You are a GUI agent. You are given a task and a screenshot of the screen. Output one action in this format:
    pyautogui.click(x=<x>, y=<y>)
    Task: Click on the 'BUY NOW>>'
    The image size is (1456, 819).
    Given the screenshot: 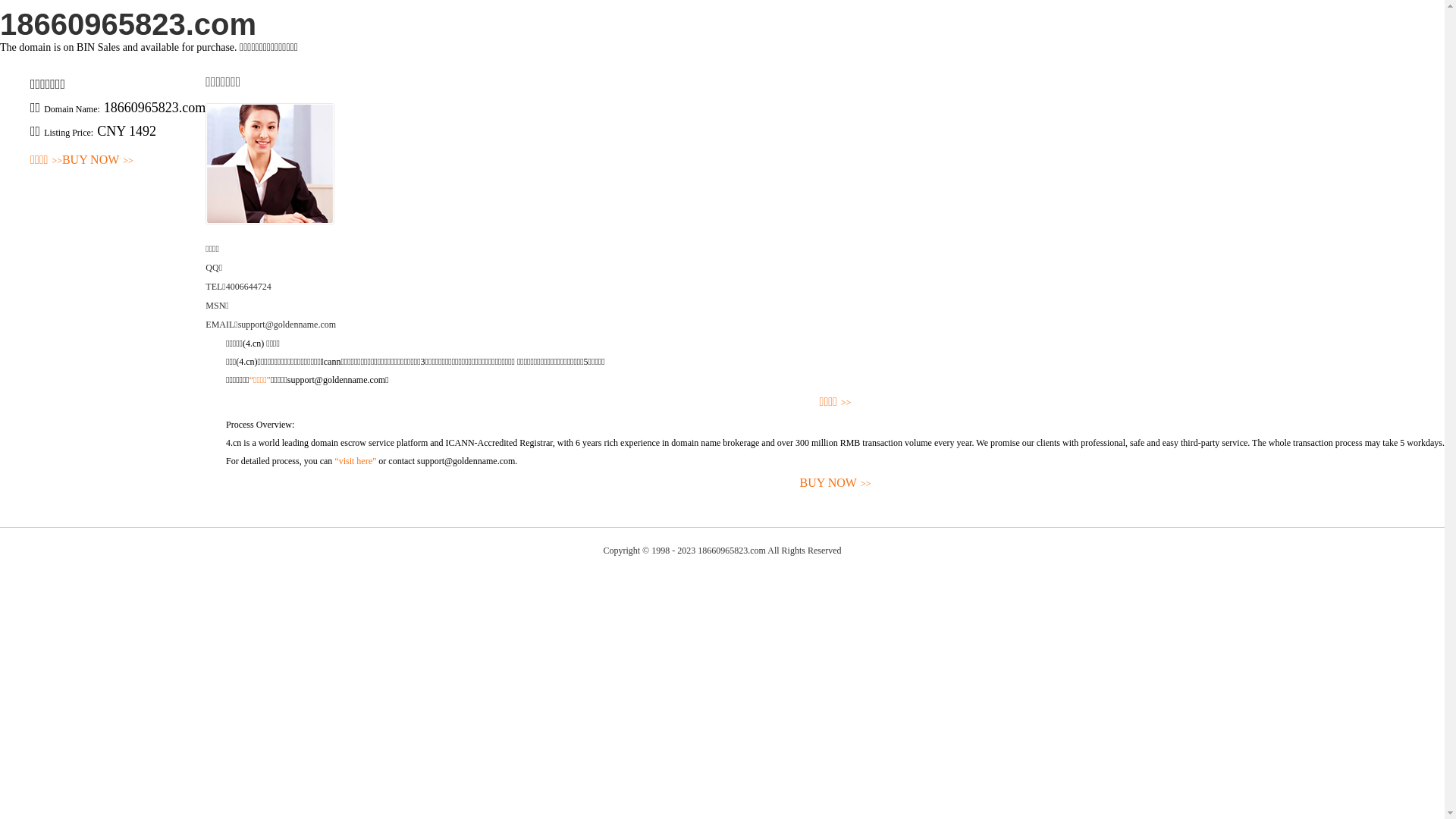 What is the action you would take?
    pyautogui.click(x=97, y=160)
    